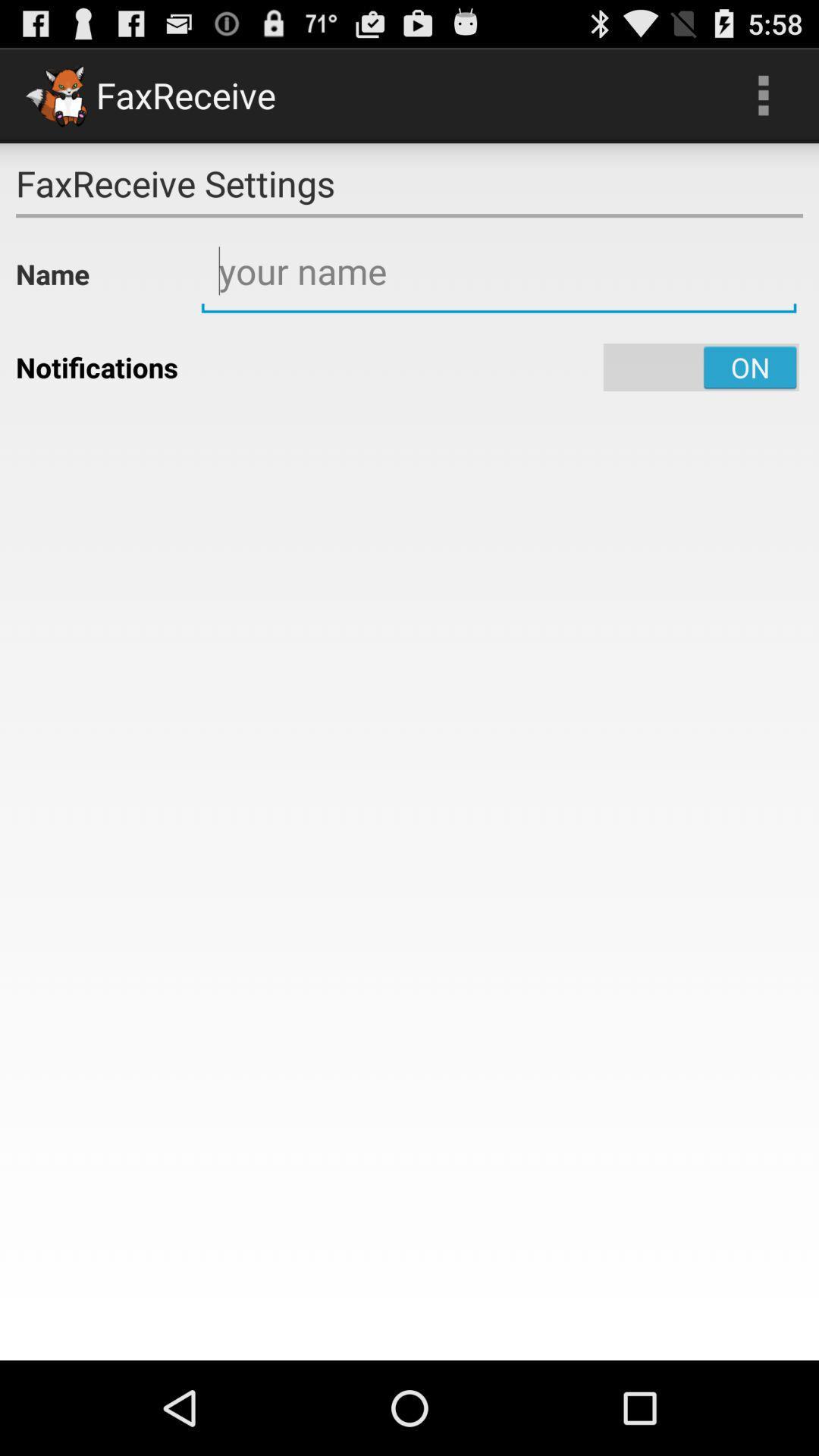 Image resolution: width=819 pixels, height=1456 pixels. I want to click on goods, so click(499, 271).